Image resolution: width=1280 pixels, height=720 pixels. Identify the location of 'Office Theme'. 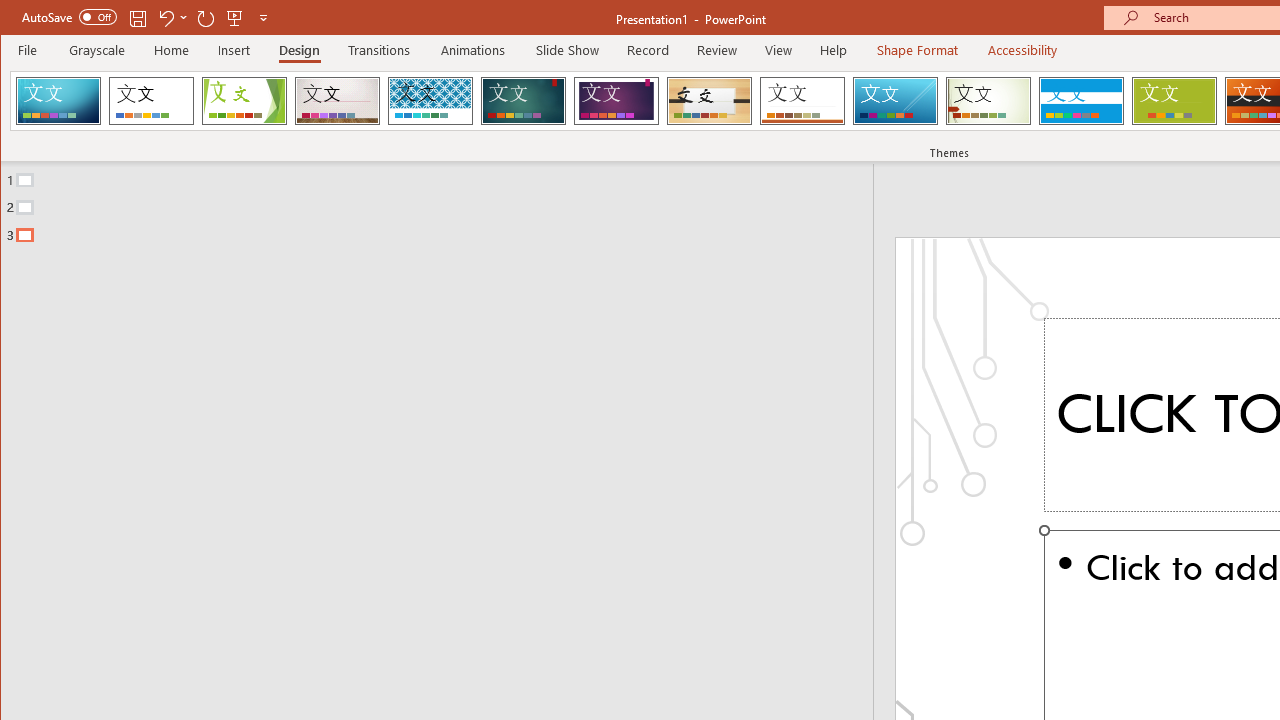
(150, 100).